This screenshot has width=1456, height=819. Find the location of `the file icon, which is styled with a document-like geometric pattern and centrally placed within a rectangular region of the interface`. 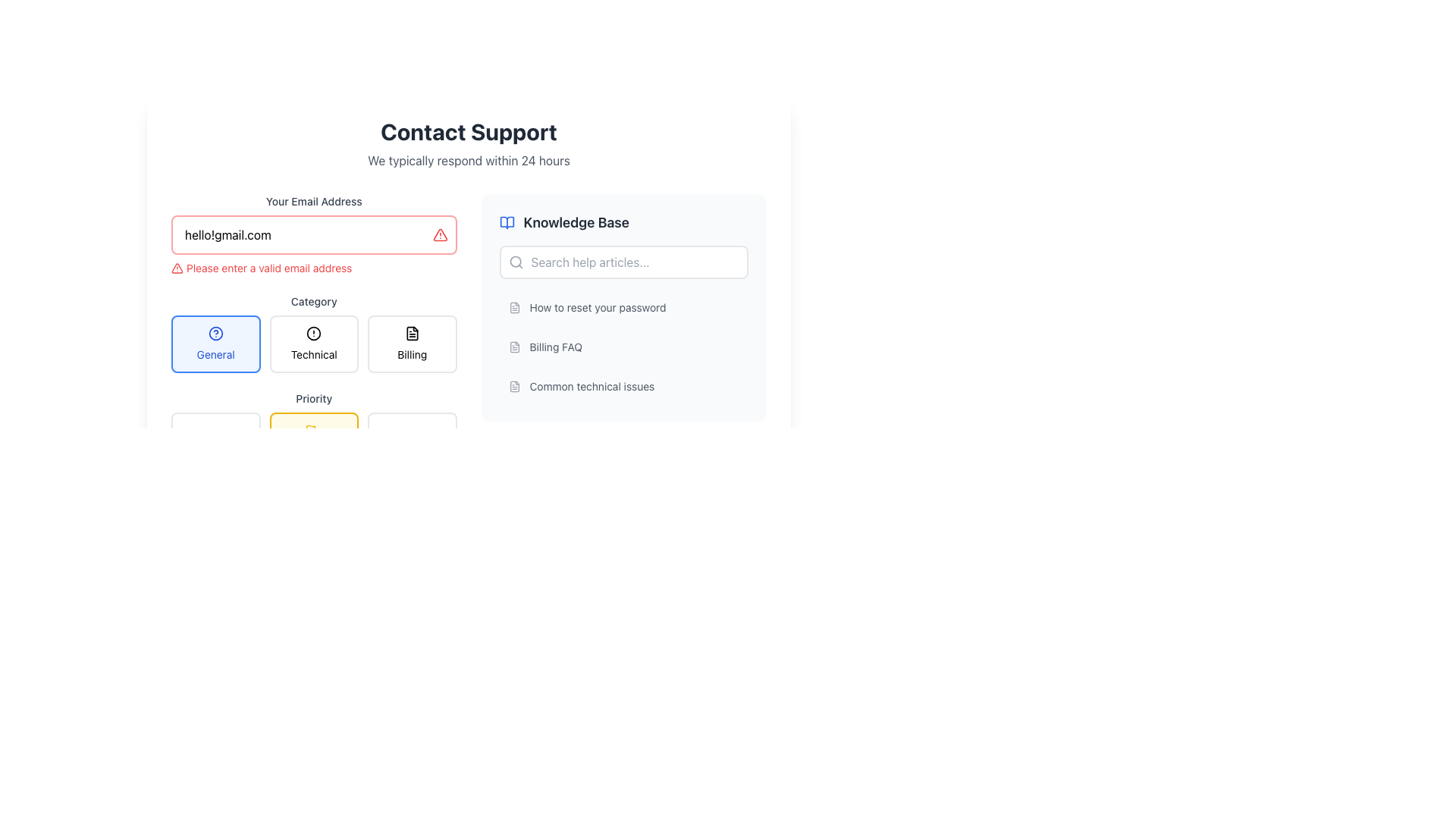

the file icon, which is styled with a document-like geometric pattern and centrally placed within a rectangular region of the interface is located at coordinates (514, 385).